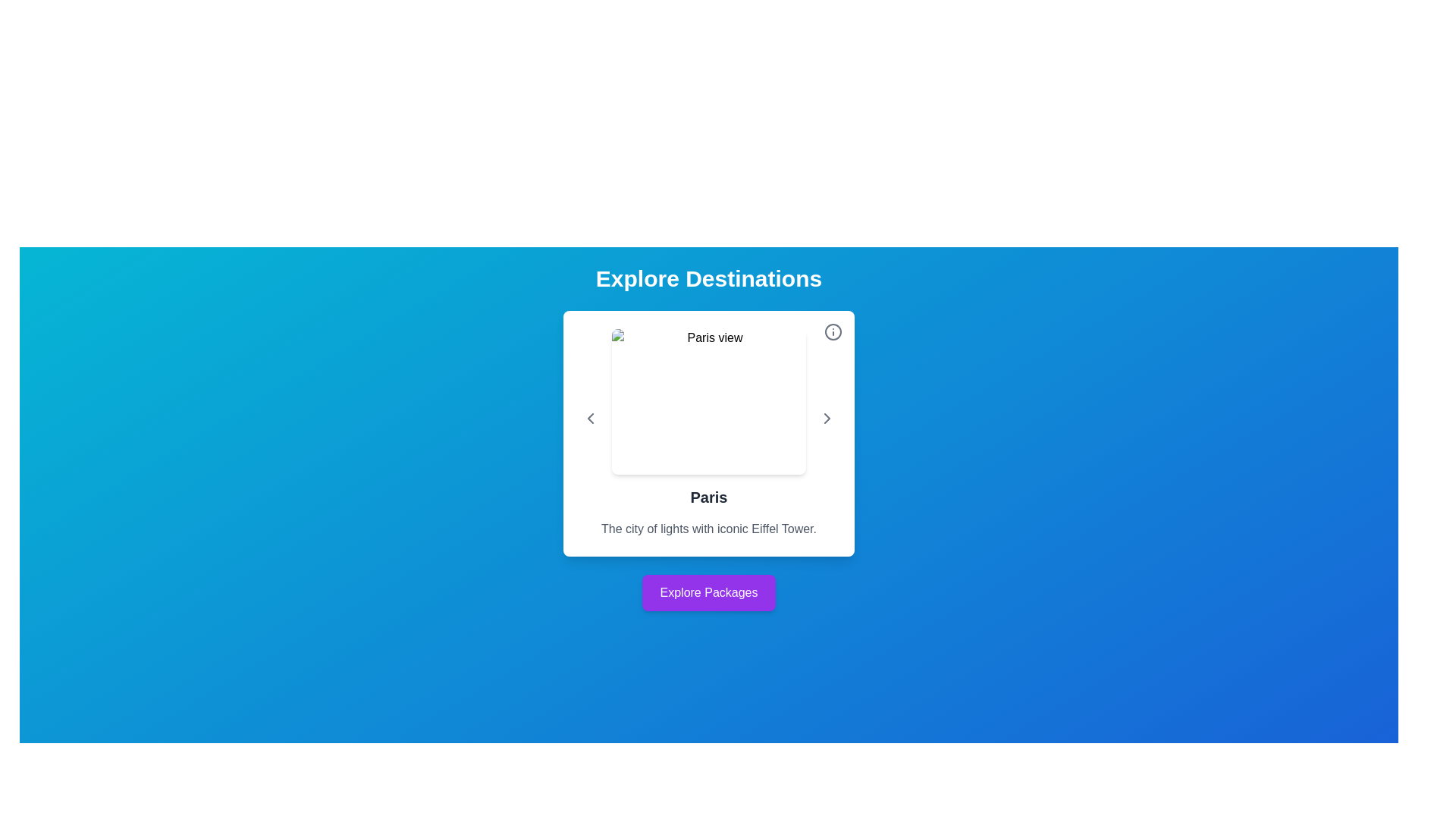 The image size is (1456, 819). I want to click on text label displaying 'Paris' in a large, bold font with a grayish tone, located beneath the image with alt-text 'Paris view', so click(708, 497).